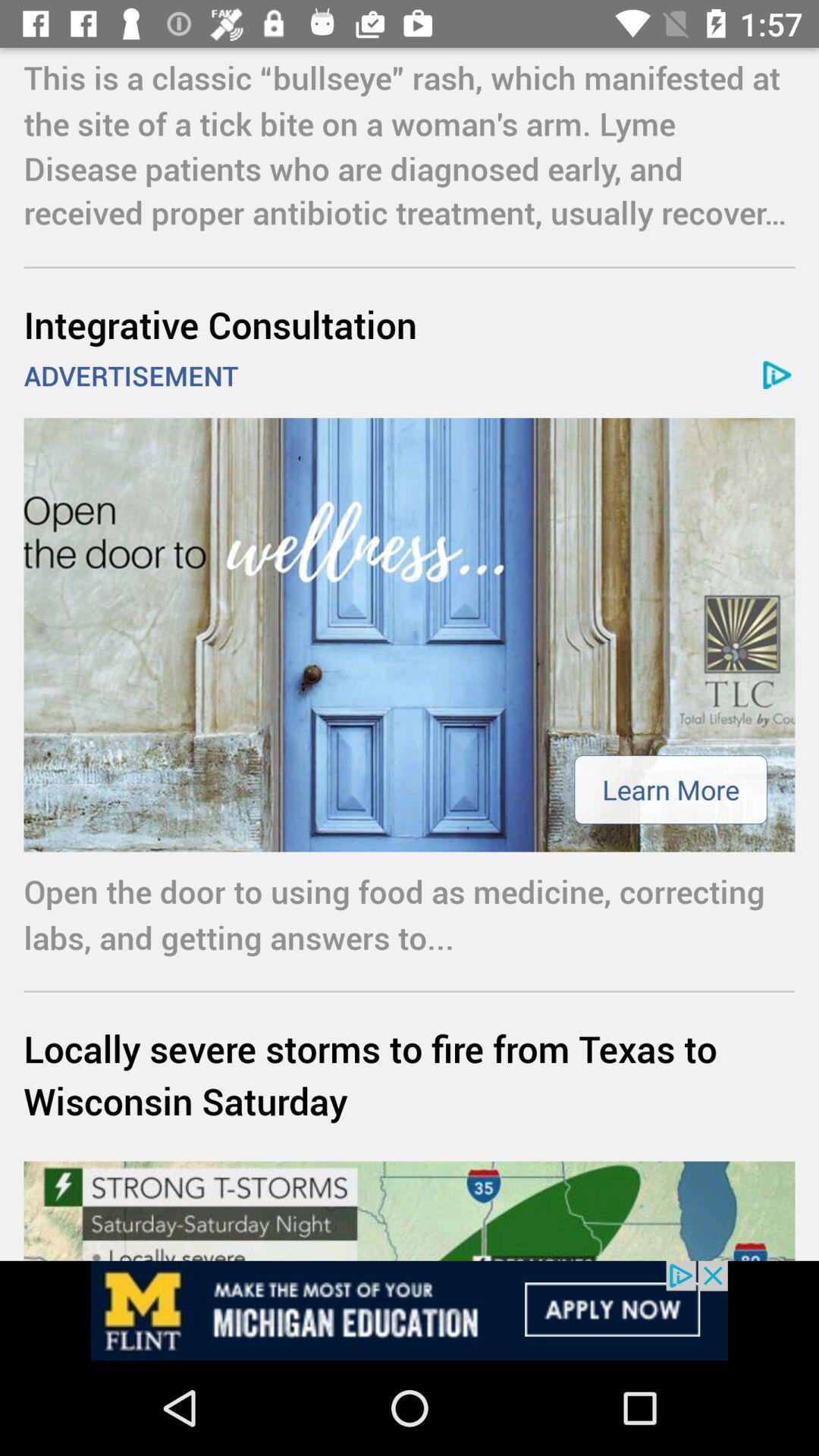  What do you see at coordinates (409, 1310) in the screenshot?
I see `the advertisement` at bounding box center [409, 1310].